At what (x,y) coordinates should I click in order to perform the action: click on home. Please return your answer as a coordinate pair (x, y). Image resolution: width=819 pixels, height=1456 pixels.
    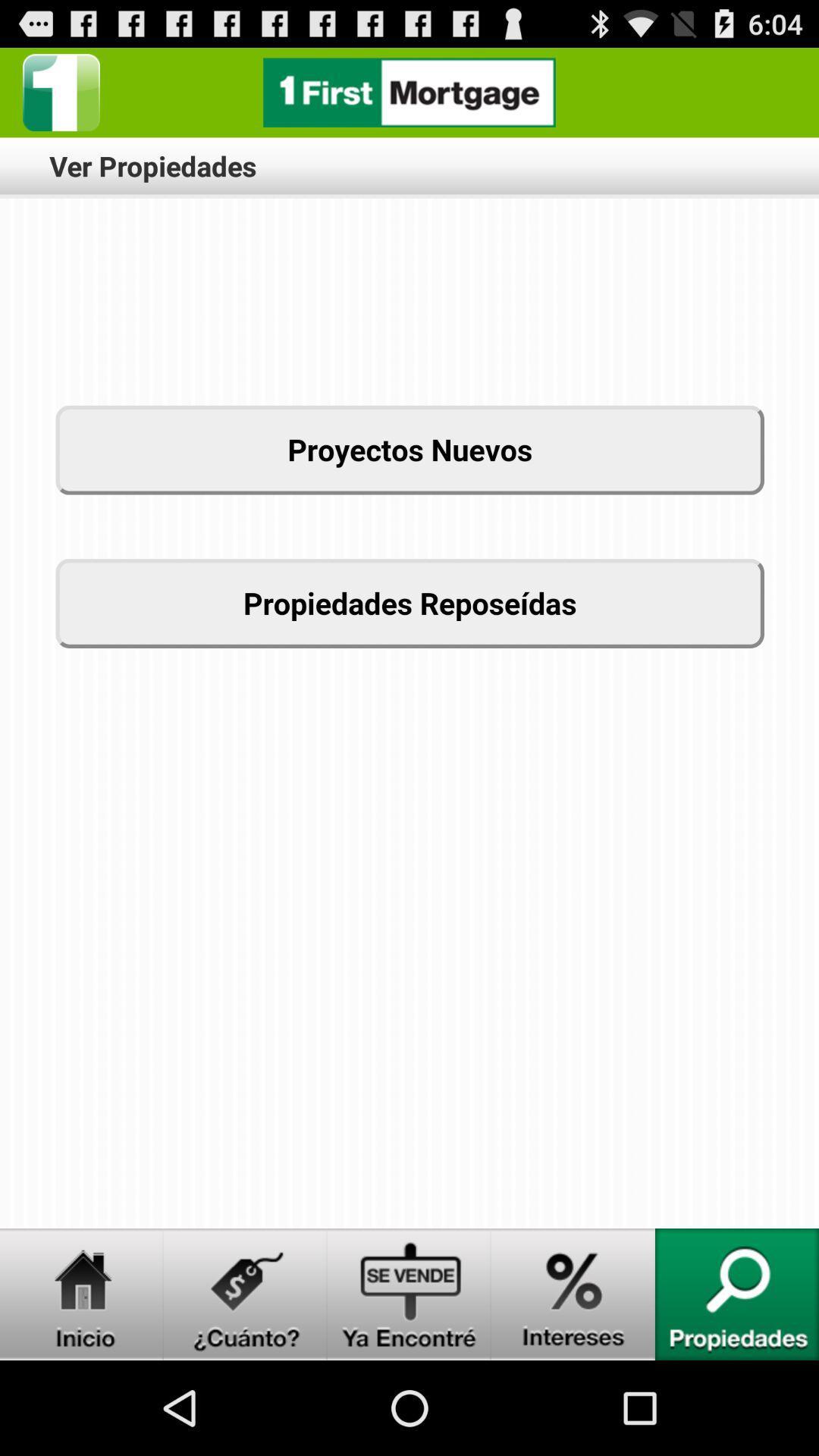
    Looking at the image, I should click on (82, 1294).